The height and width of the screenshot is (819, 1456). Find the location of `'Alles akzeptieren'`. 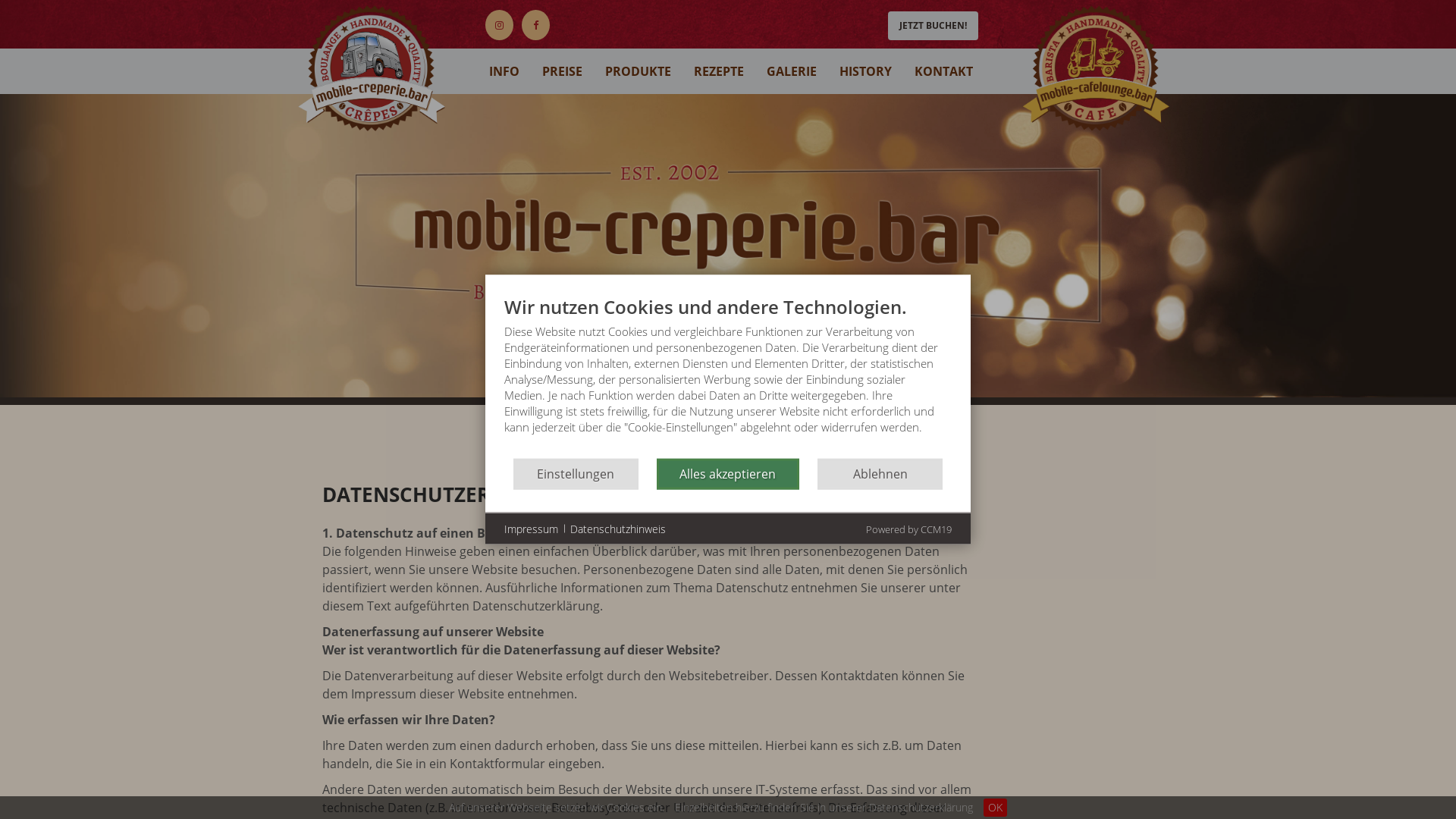

'Alles akzeptieren' is located at coordinates (728, 472).